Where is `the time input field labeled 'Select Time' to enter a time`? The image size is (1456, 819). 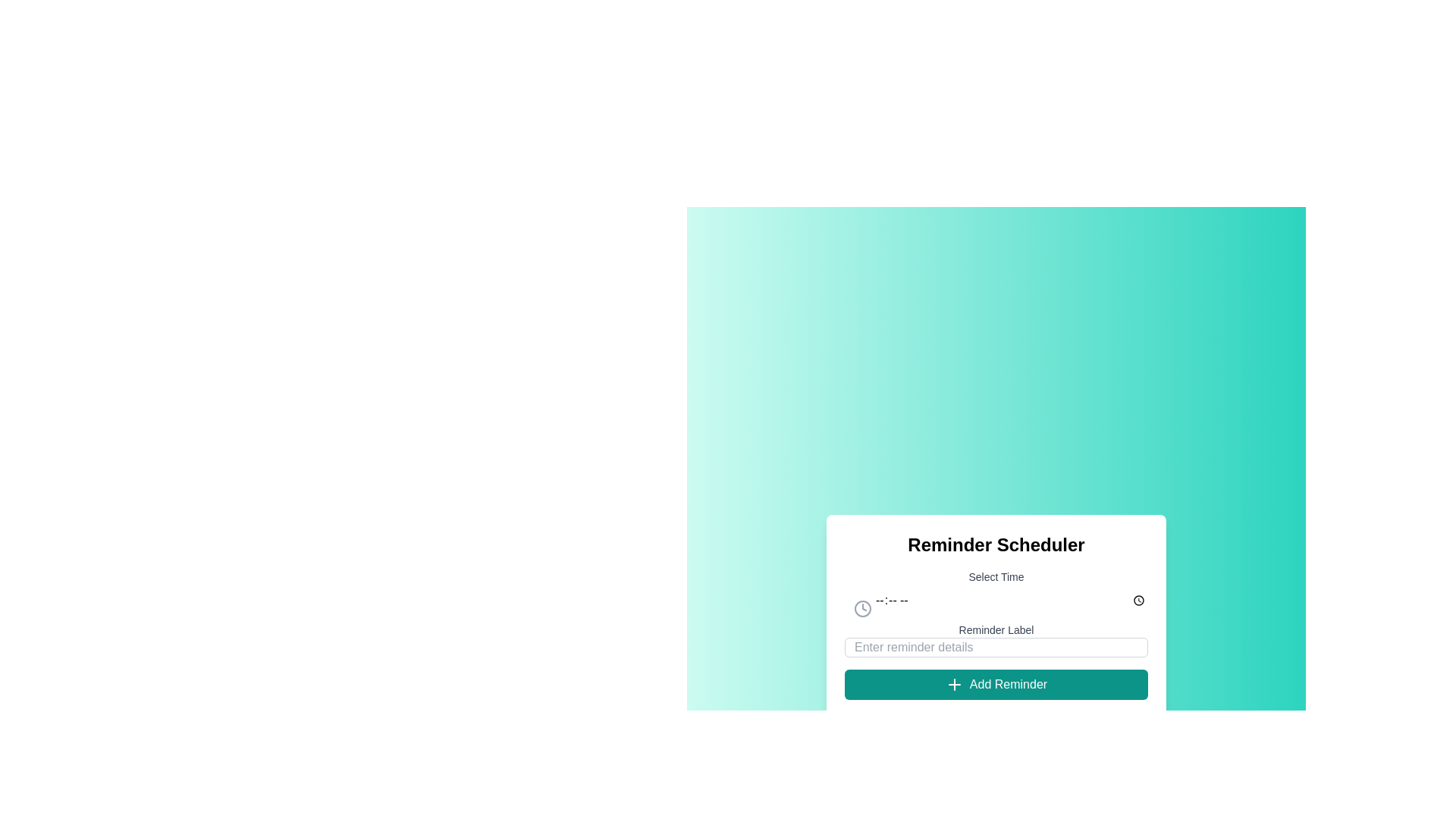
the time input field labeled 'Select Time' to enter a time is located at coordinates (996, 589).